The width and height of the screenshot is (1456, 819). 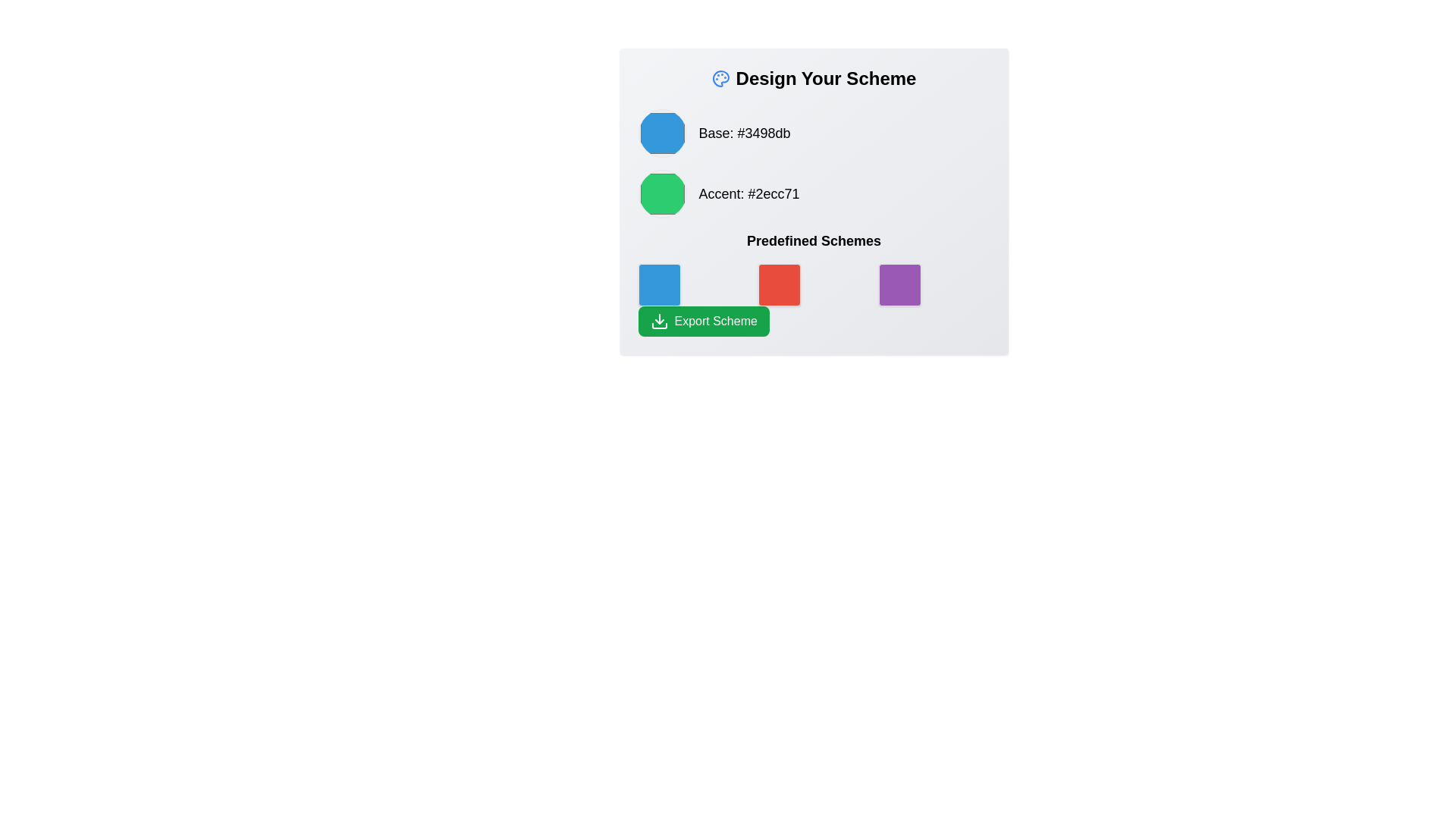 I want to click on text content of the label displaying 'Accent: #2ecc71', which is positioned to the right of the green circular color indicator, so click(x=749, y=193).